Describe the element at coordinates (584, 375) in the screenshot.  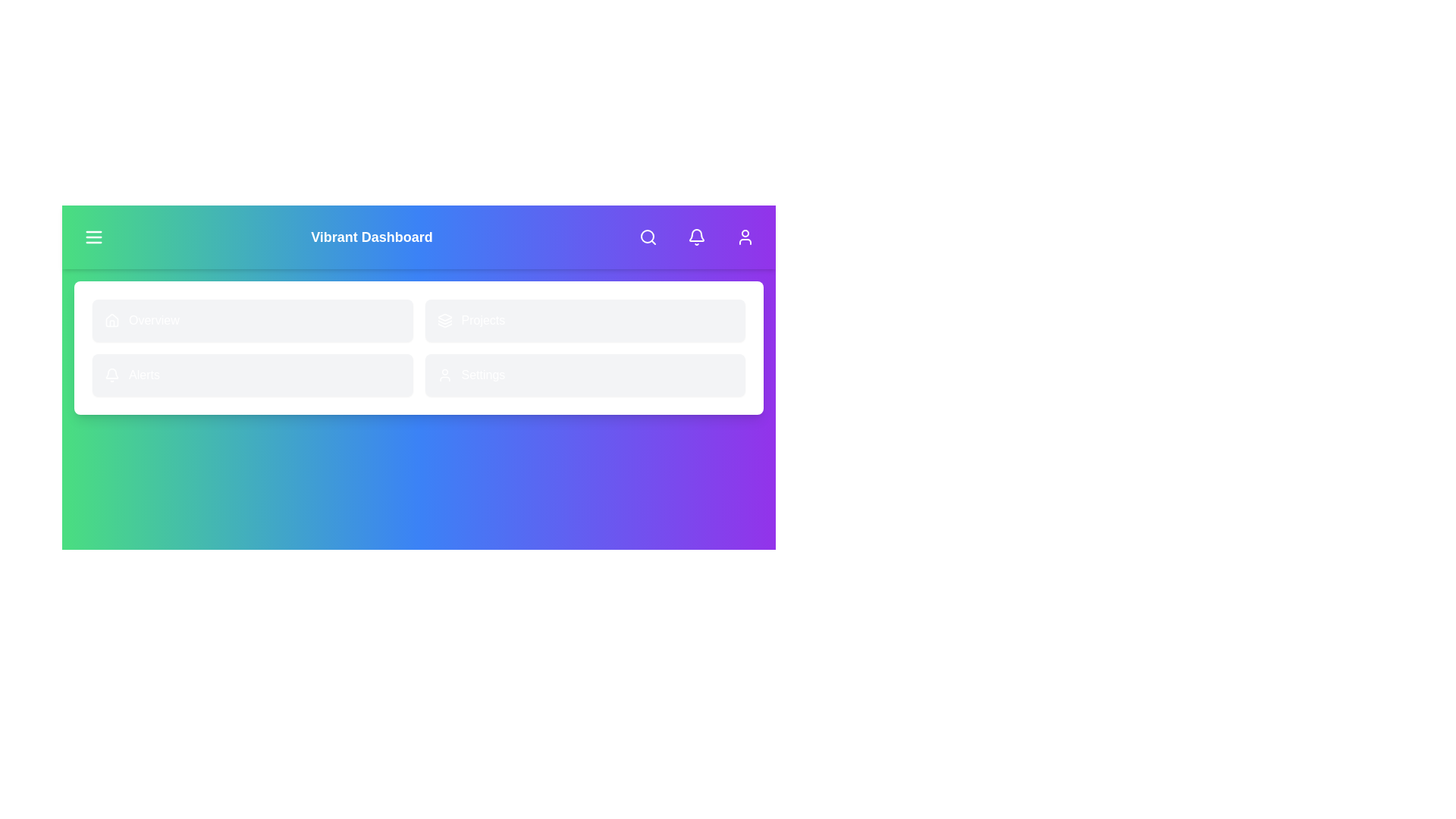
I see `the 'Settings' navigation item` at that location.